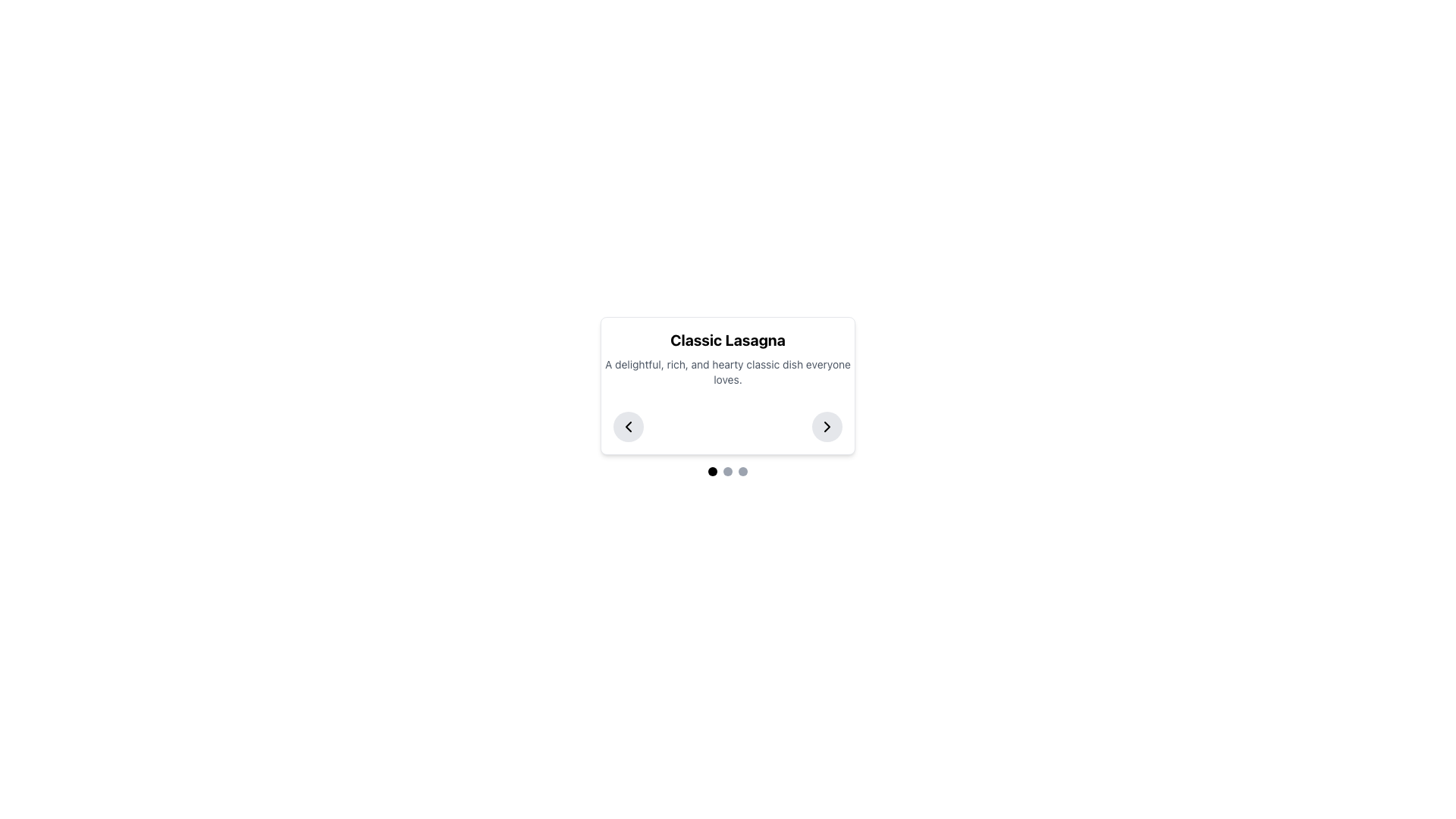  I want to click on the bolded text 'Classic Lasagna', which is larger than surrounding text and located at the center of a white card with rounded corners, so click(728, 339).